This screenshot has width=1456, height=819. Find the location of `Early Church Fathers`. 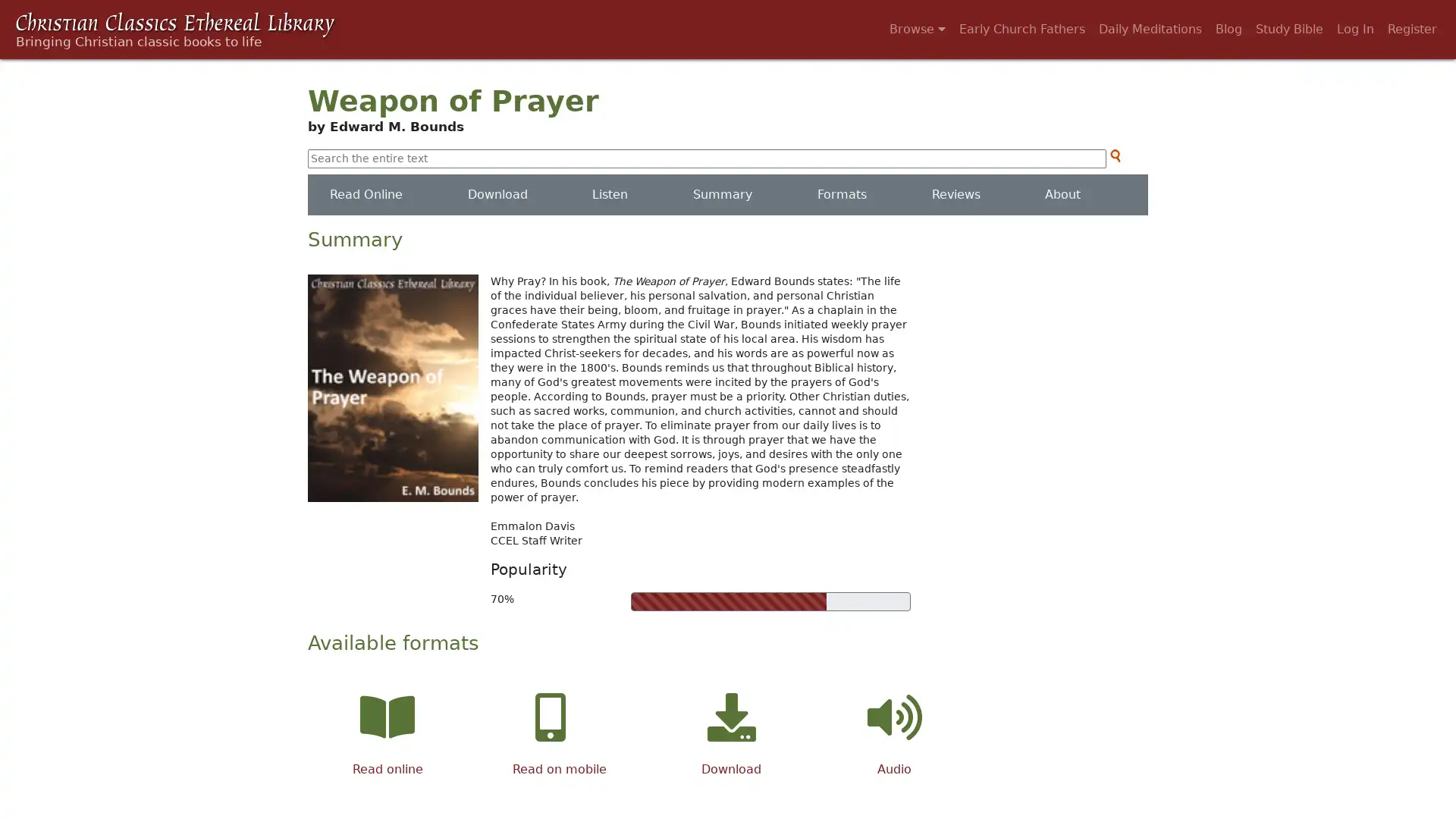

Early Church Fathers is located at coordinates (1022, 29).